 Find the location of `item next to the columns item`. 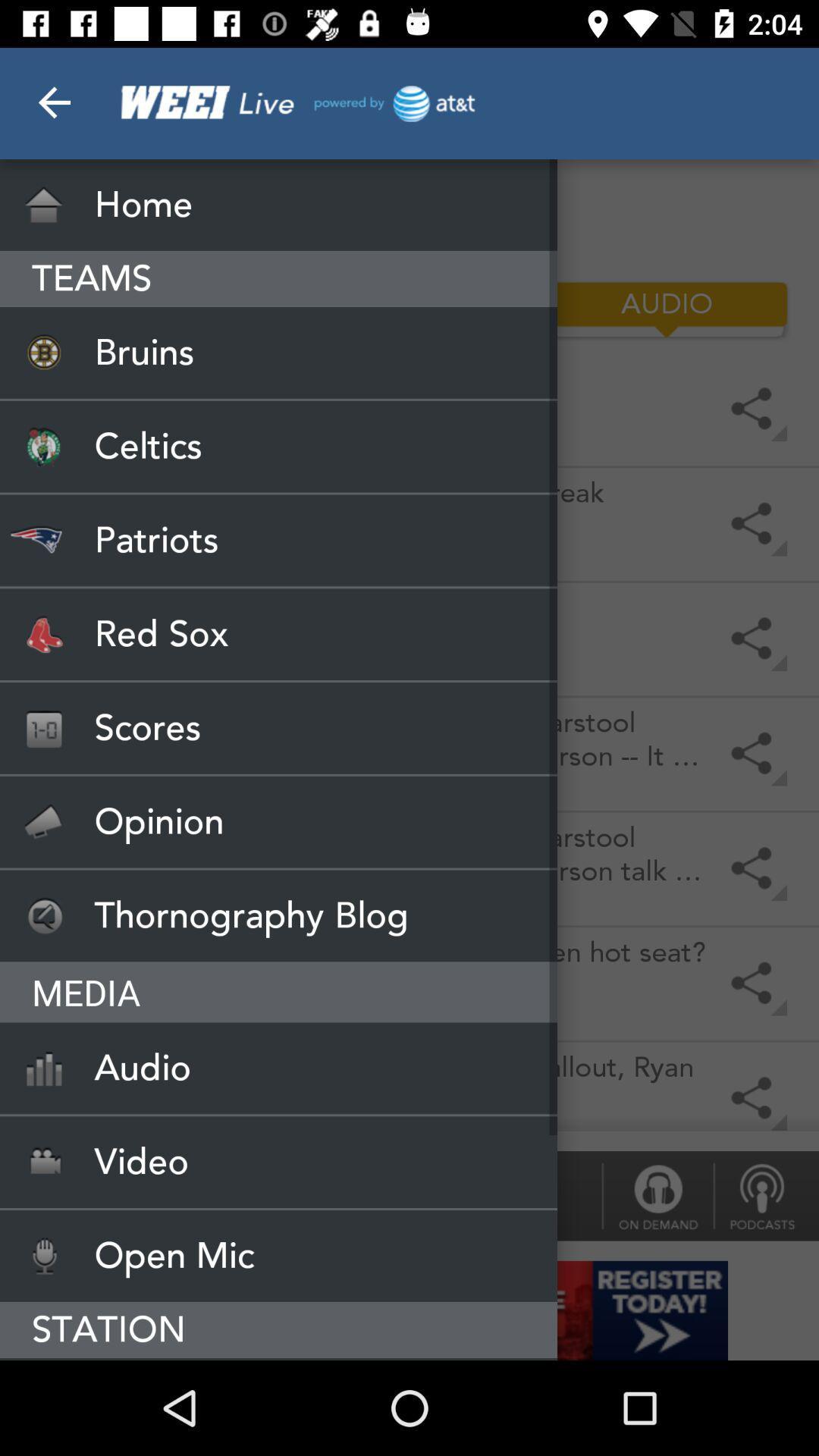

item next to the columns item is located at coordinates (152, 309).